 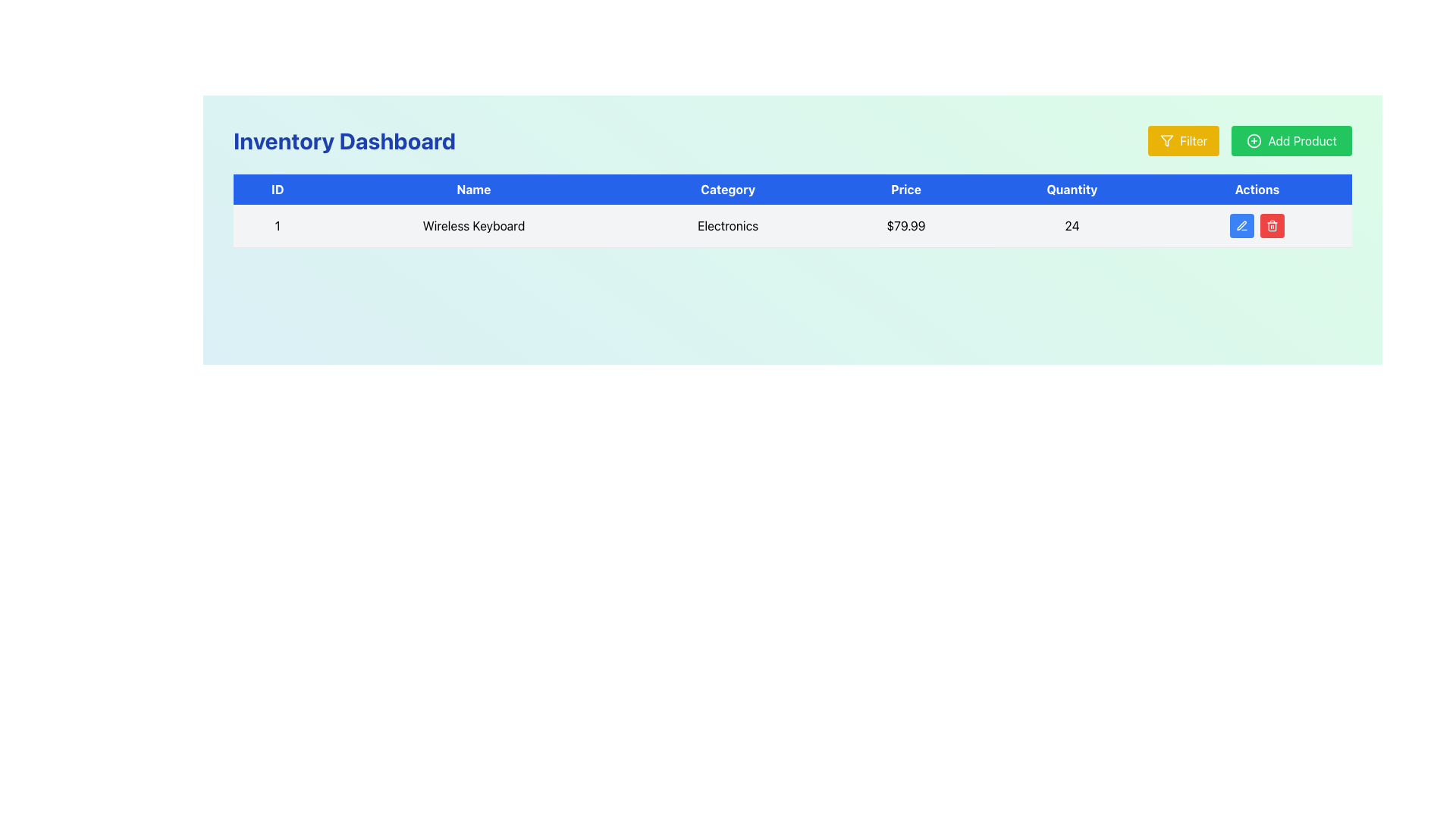 I want to click on the edit icon located in the 'Actions' column of the first row in the main data table, so click(x=1241, y=225).